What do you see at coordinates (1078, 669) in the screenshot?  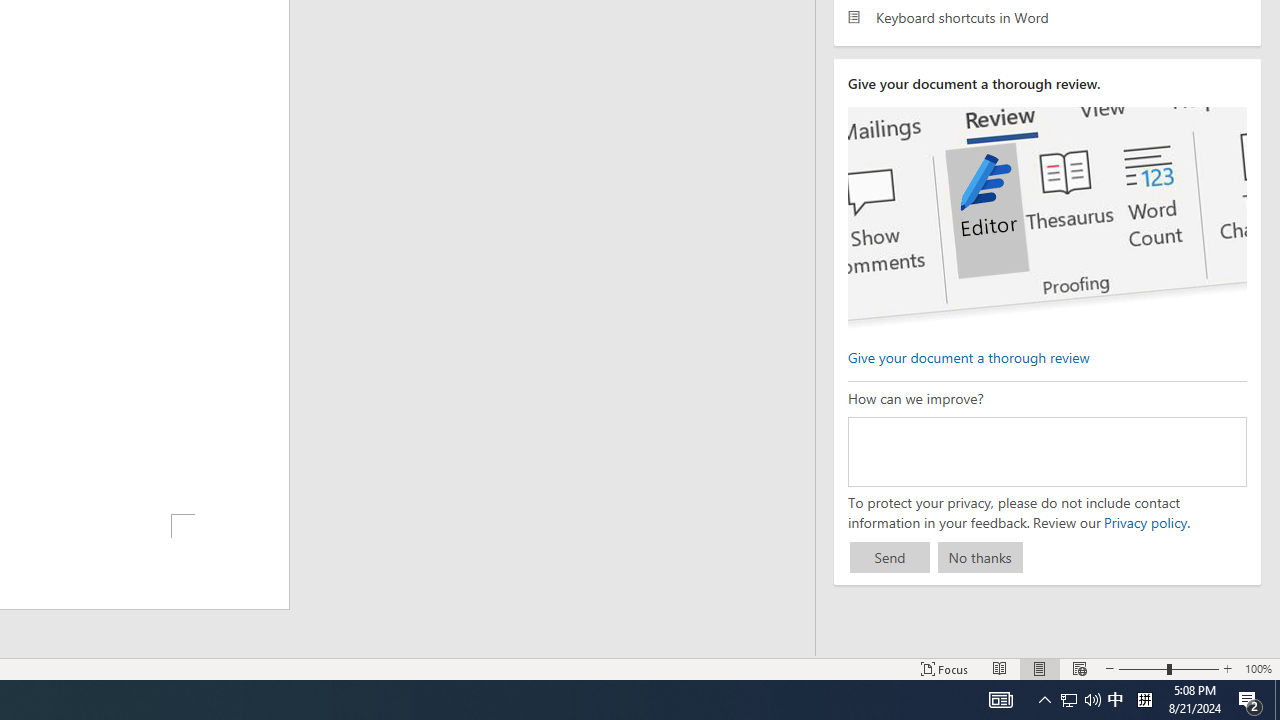 I see `'Web Layout'` at bounding box center [1078, 669].